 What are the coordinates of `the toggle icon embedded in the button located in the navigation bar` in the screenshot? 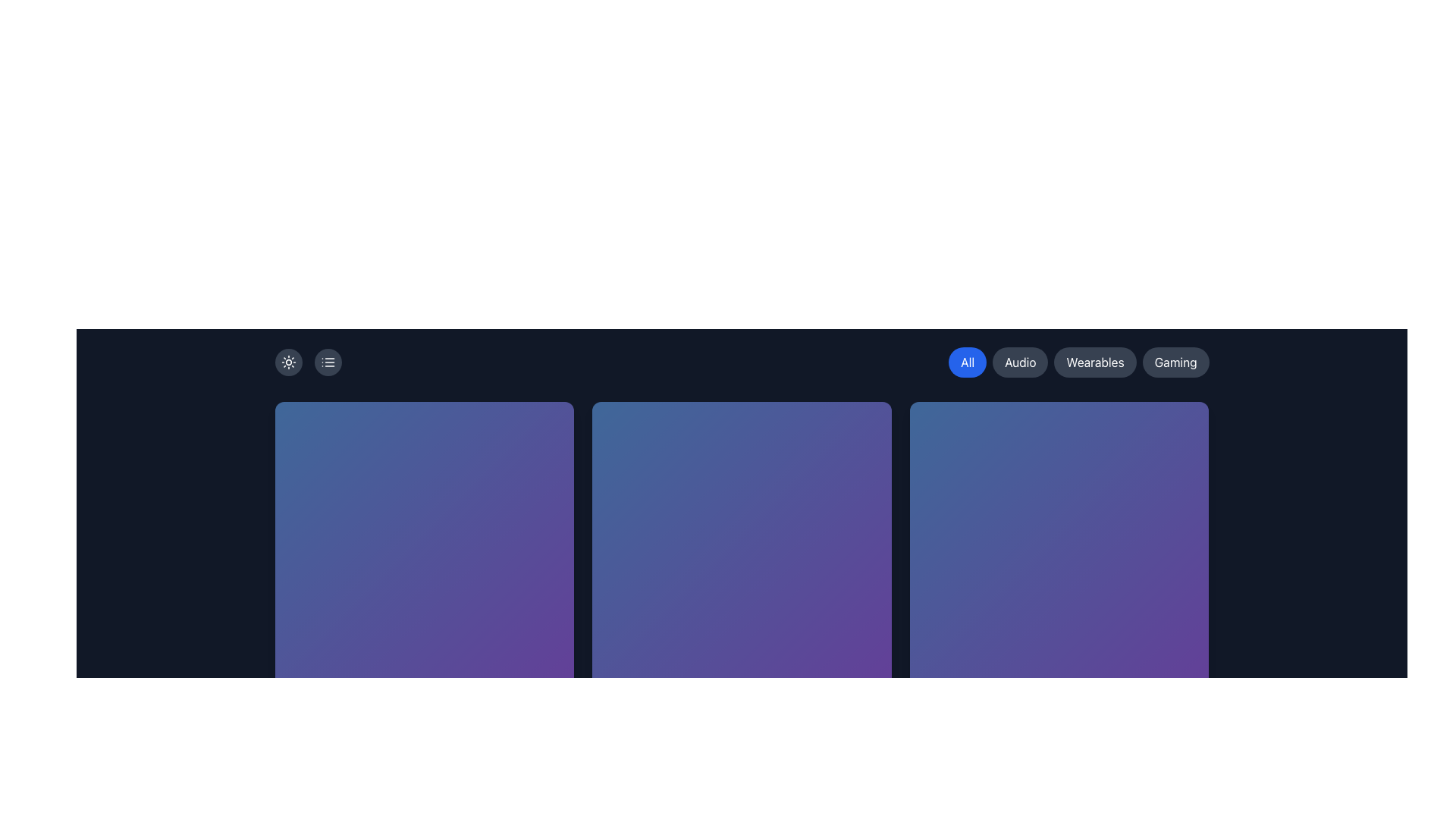 It's located at (327, 362).